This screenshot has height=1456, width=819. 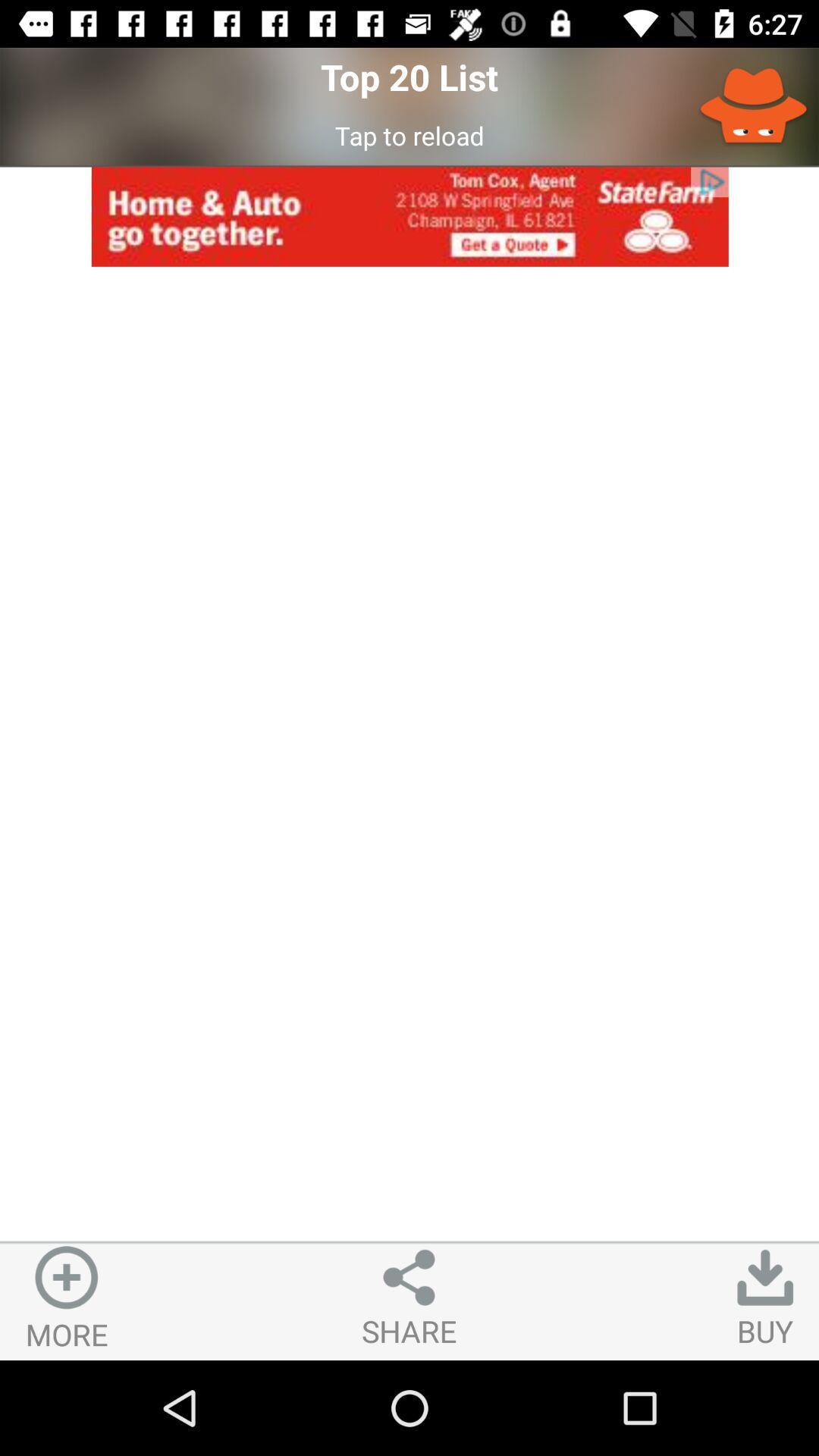 What do you see at coordinates (409, 135) in the screenshot?
I see `tap to reload` at bounding box center [409, 135].